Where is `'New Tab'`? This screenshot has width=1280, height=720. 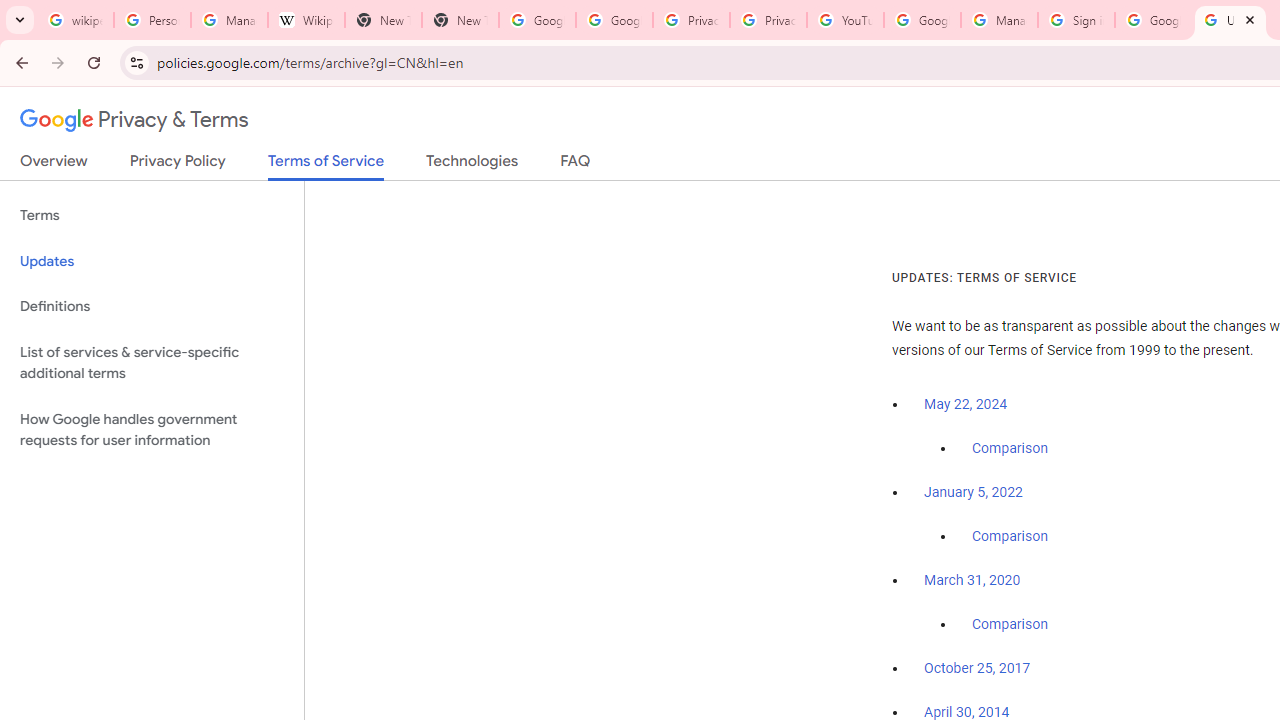
'New Tab' is located at coordinates (459, 20).